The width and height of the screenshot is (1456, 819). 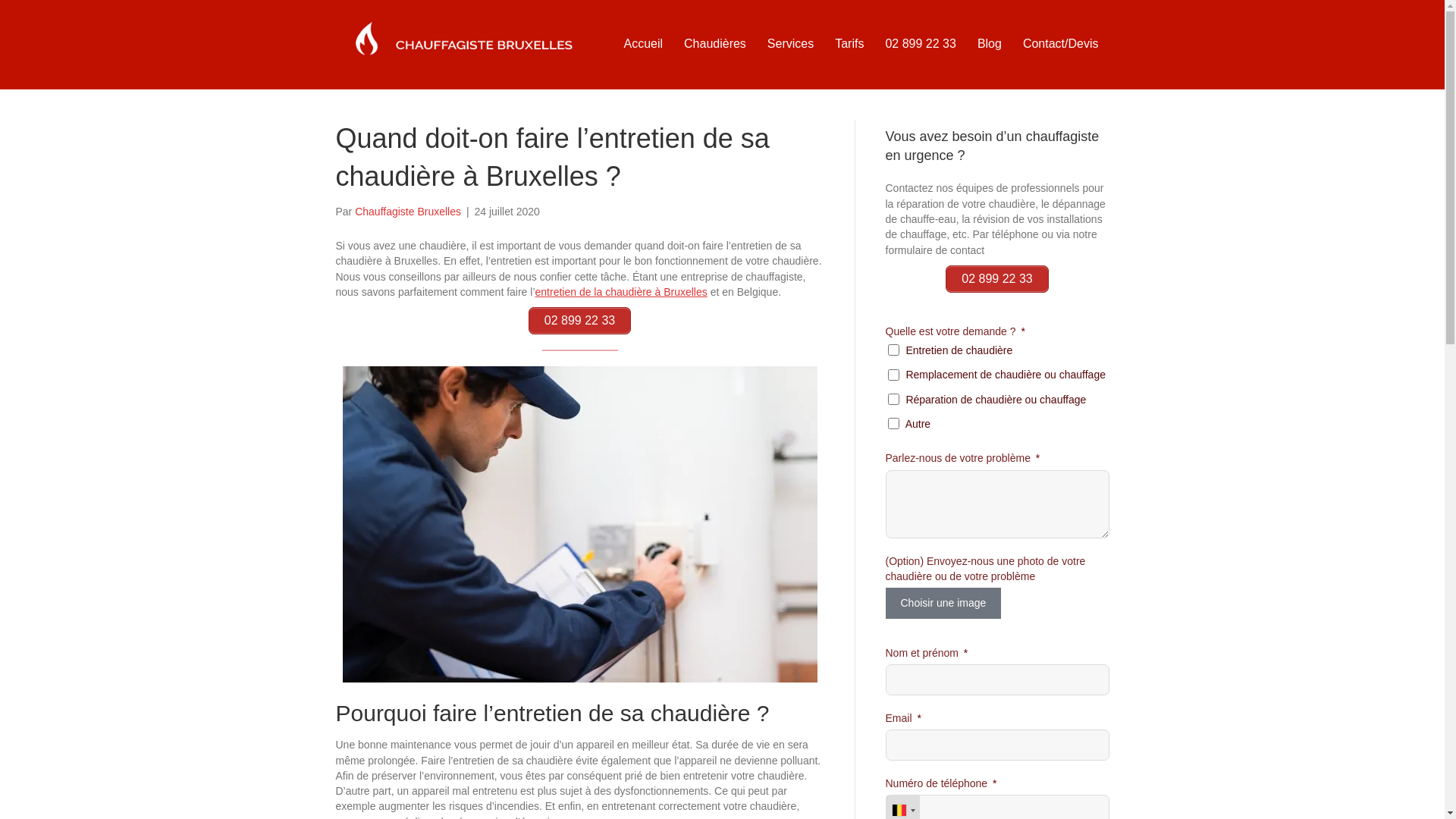 What do you see at coordinates (757, 42) in the screenshot?
I see `'Services'` at bounding box center [757, 42].